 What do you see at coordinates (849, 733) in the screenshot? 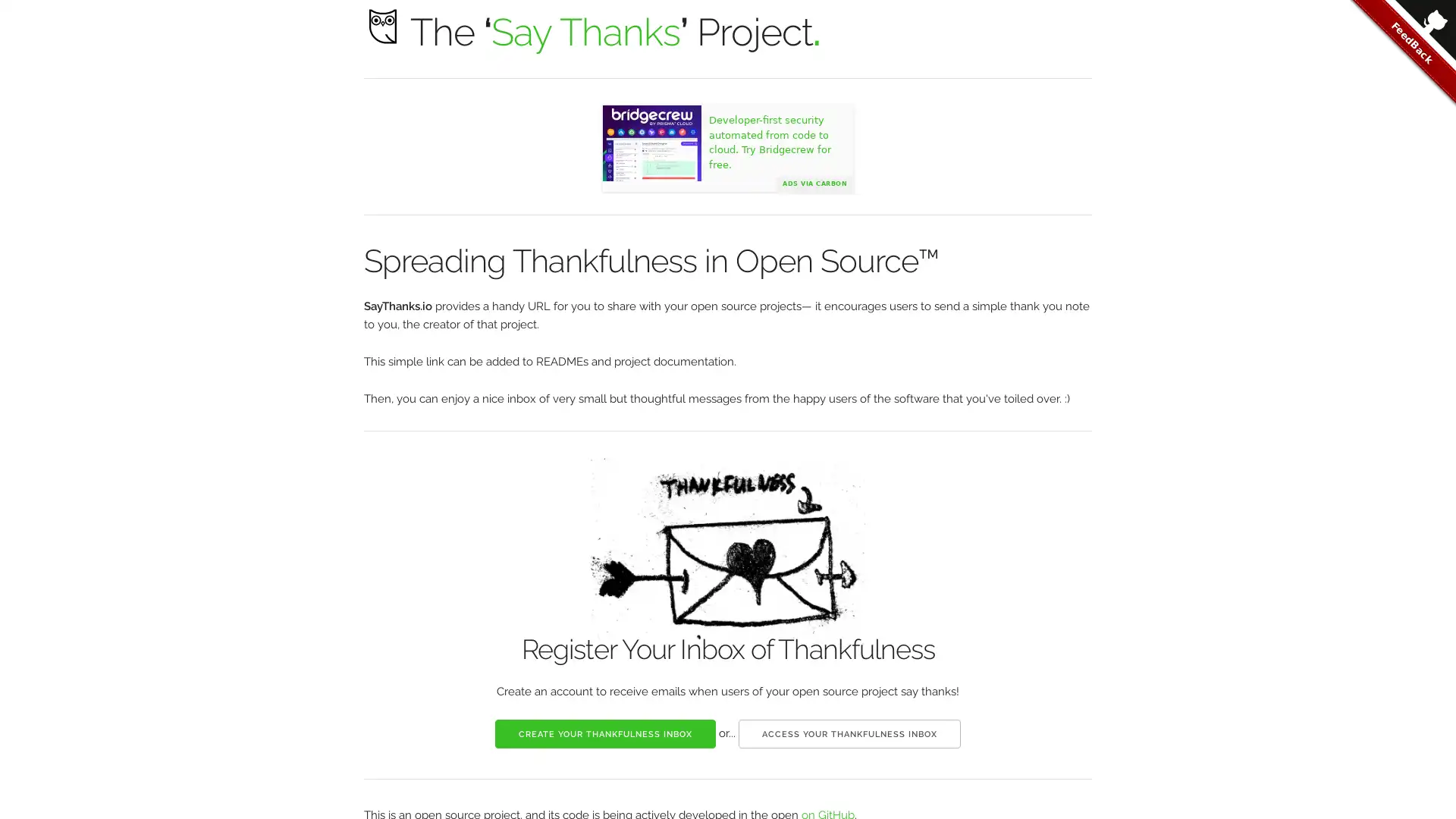
I see `ACCESS YOUR THANKFULNESS INBOX` at bounding box center [849, 733].